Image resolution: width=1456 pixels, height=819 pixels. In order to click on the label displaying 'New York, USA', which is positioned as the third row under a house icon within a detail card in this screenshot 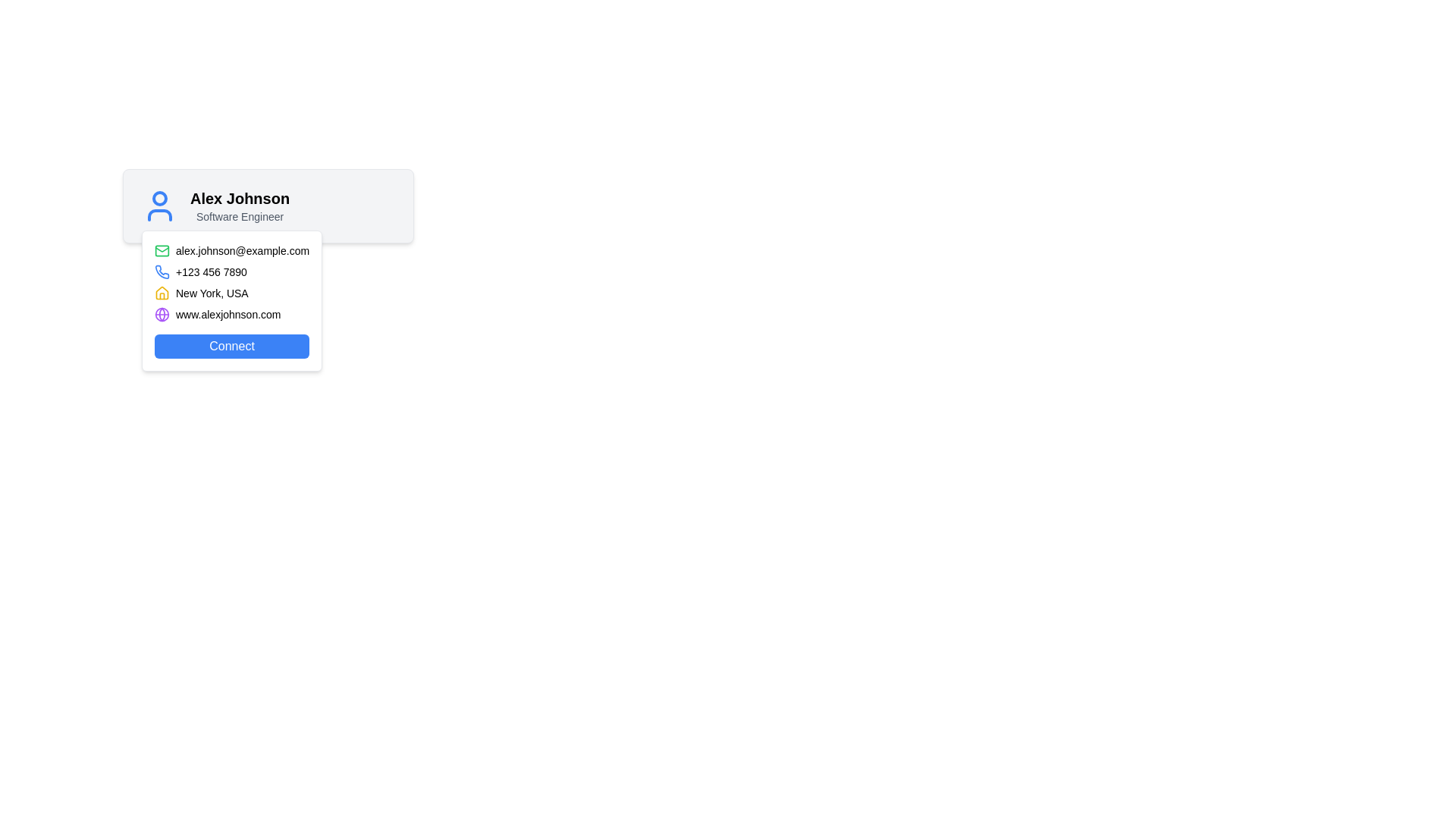, I will do `click(211, 293)`.